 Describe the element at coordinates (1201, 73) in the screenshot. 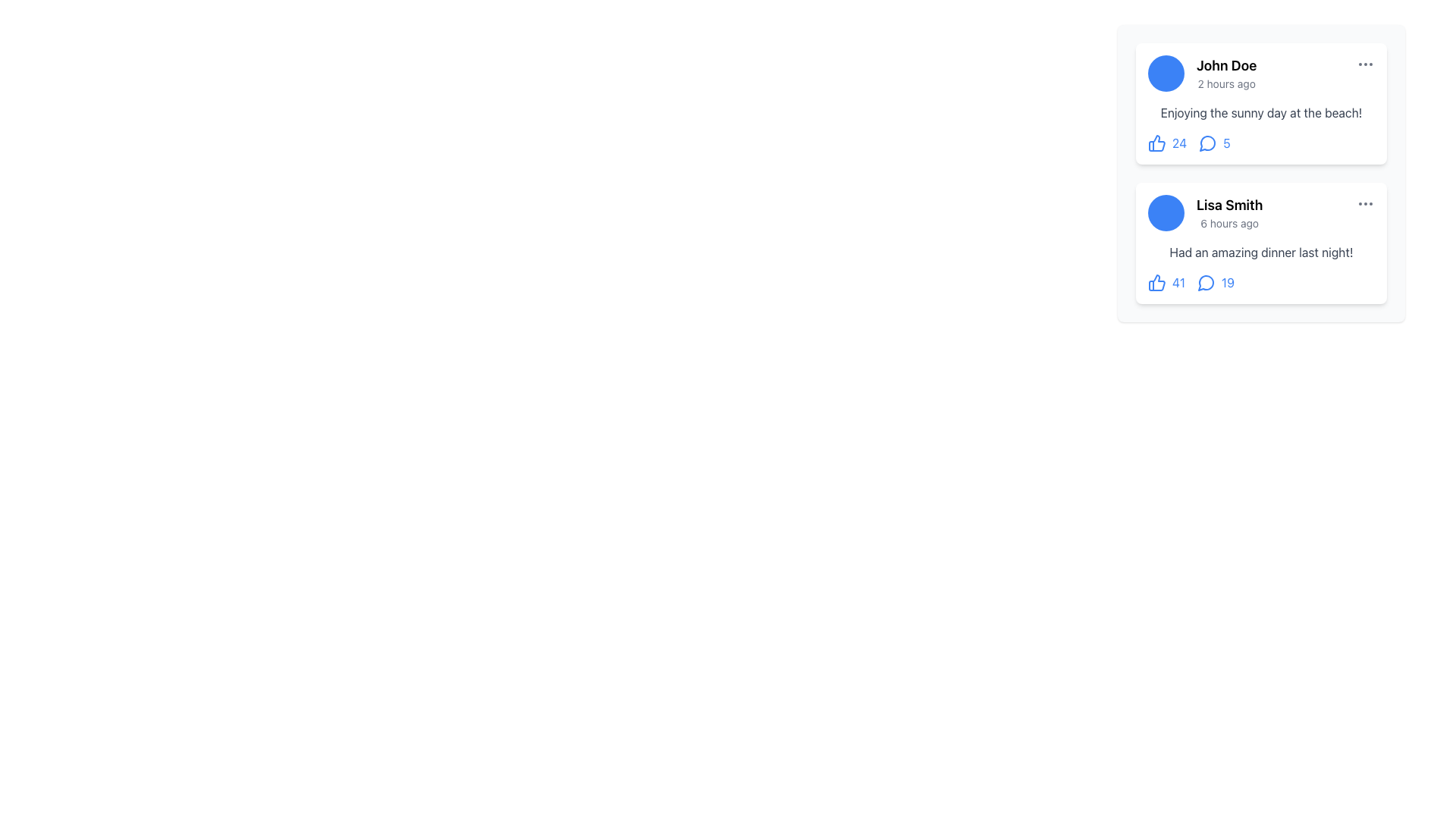

I see `user information block displaying the profile information, including the user's name and posting time, located at the top left corner of the card component` at that location.